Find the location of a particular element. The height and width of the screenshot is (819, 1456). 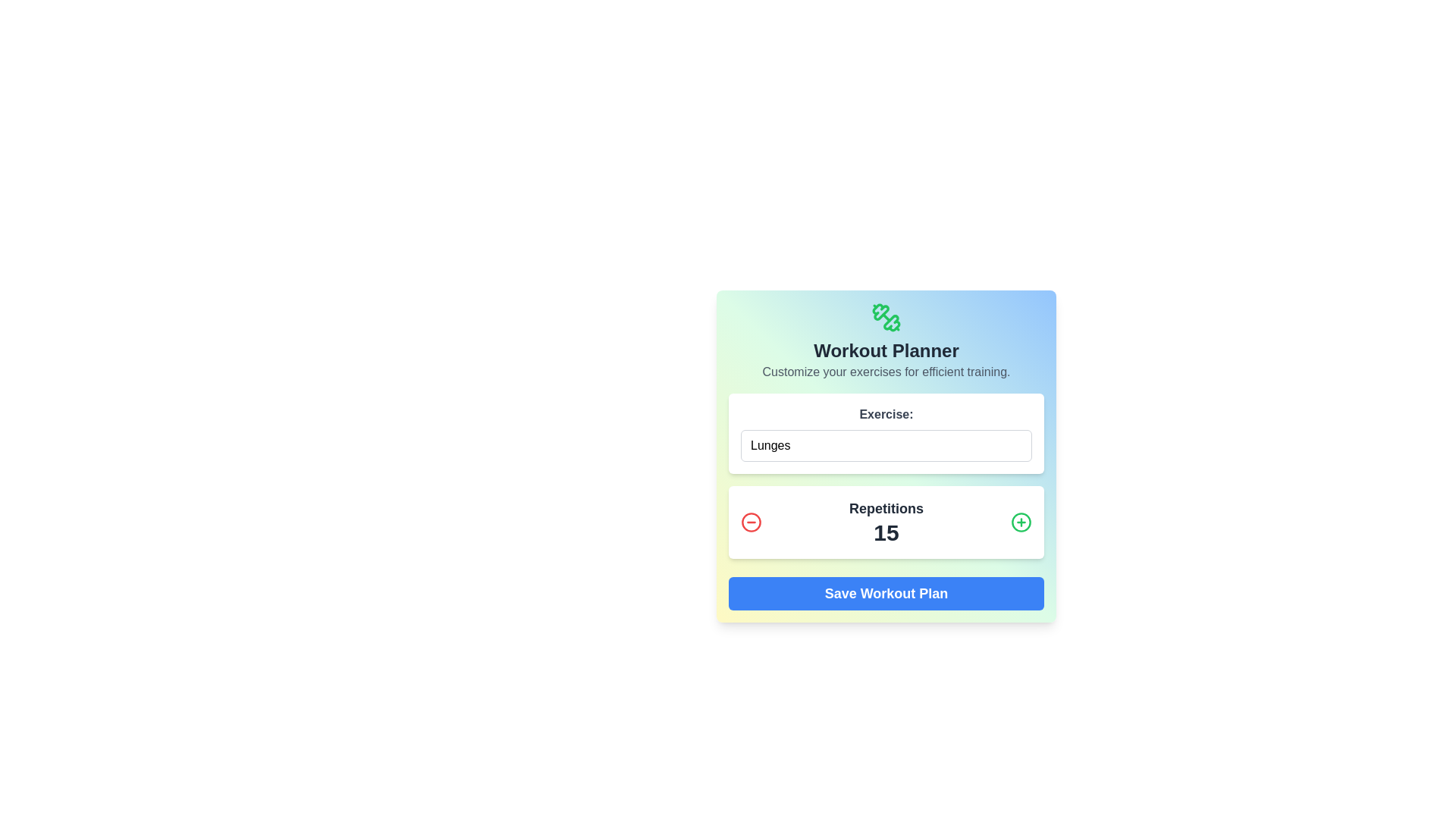

the static text element displaying the current count of repetitions, located centrally below the label 'Repetitions' is located at coordinates (886, 532).